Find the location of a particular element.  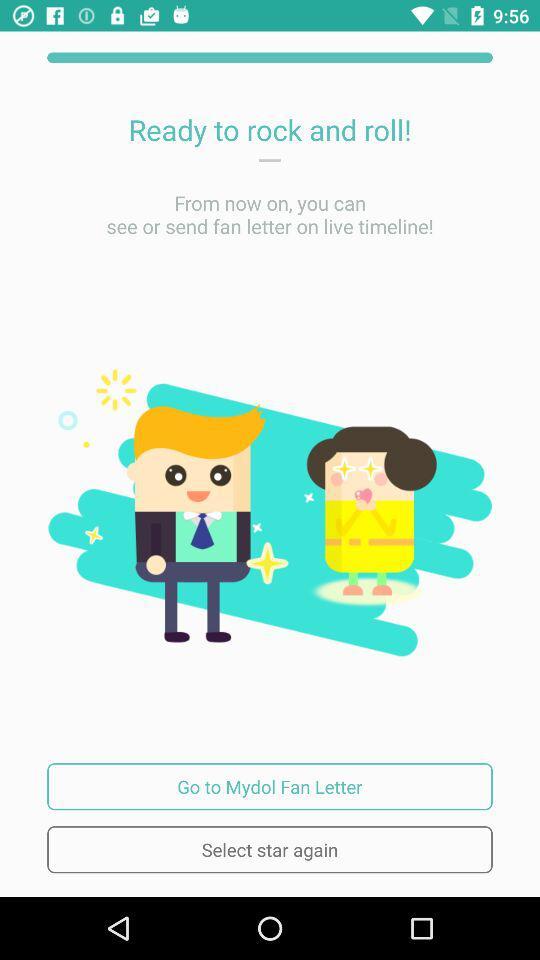

the go to mydol icon is located at coordinates (270, 786).